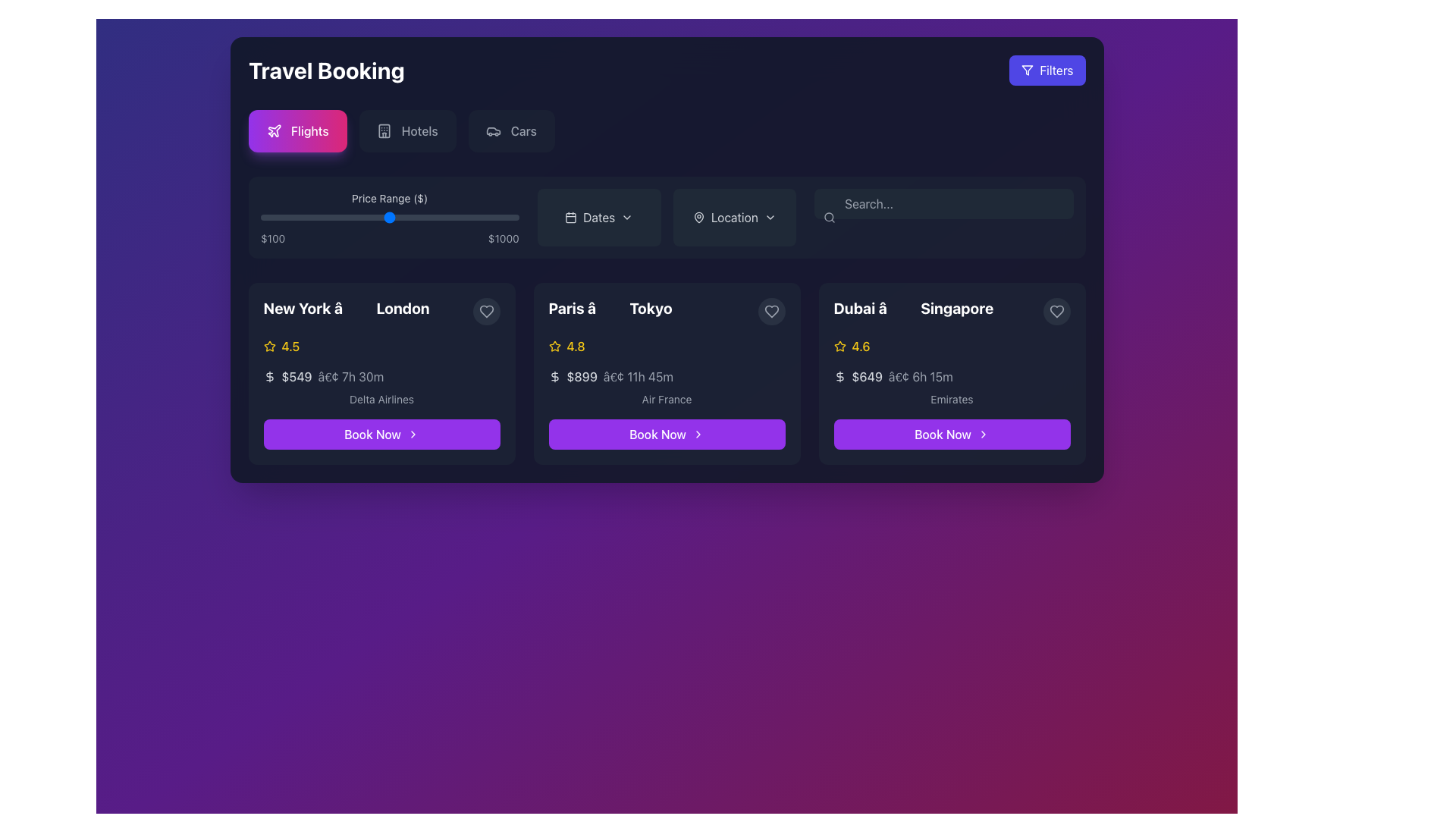 The image size is (1456, 819). What do you see at coordinates (627, 217) in the screenshot?
I see `the Dropdown indicator icon located to the right of the calendar icon and text labeled 'Dates'` at bounding box center [627, 217].